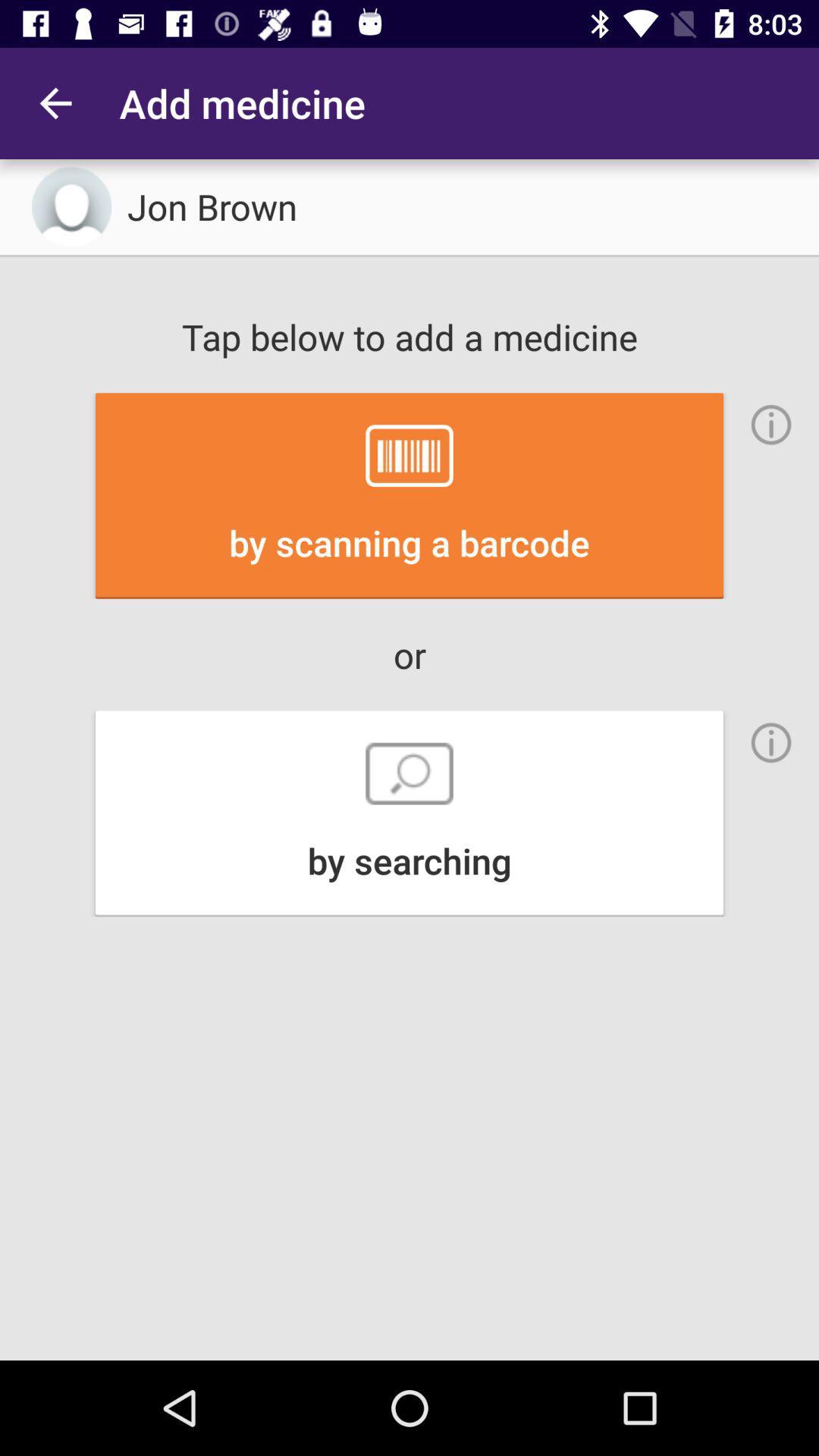 This screenshot has width=819, height=1456. Describe the element at coordinates (771, 425) in the screenshot. I see `the info icon` at that location.